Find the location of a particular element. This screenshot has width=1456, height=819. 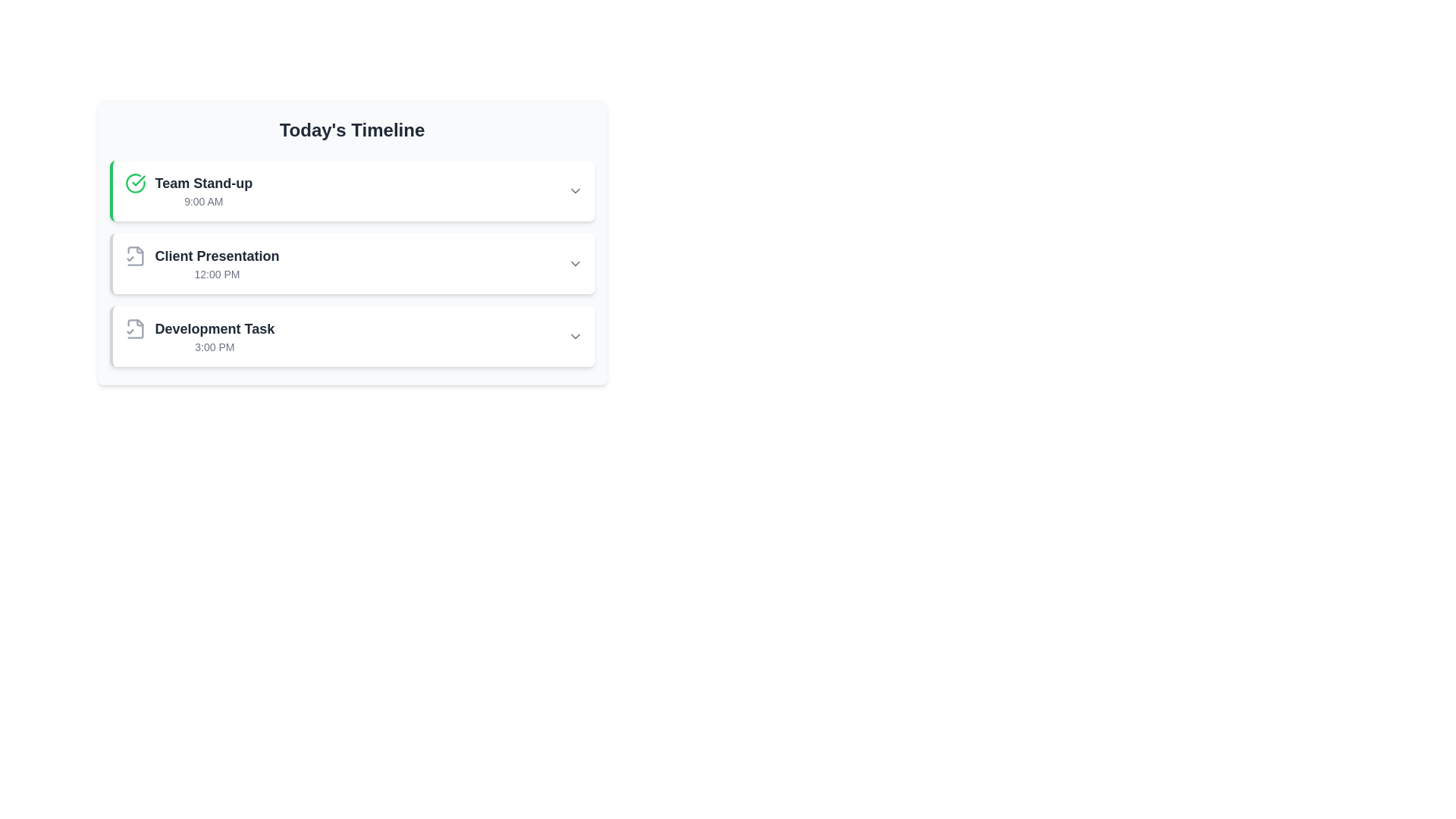

the text label representing the title of the second scheduled task in 'Today's Timeline' is located at coordinates (216, 256).